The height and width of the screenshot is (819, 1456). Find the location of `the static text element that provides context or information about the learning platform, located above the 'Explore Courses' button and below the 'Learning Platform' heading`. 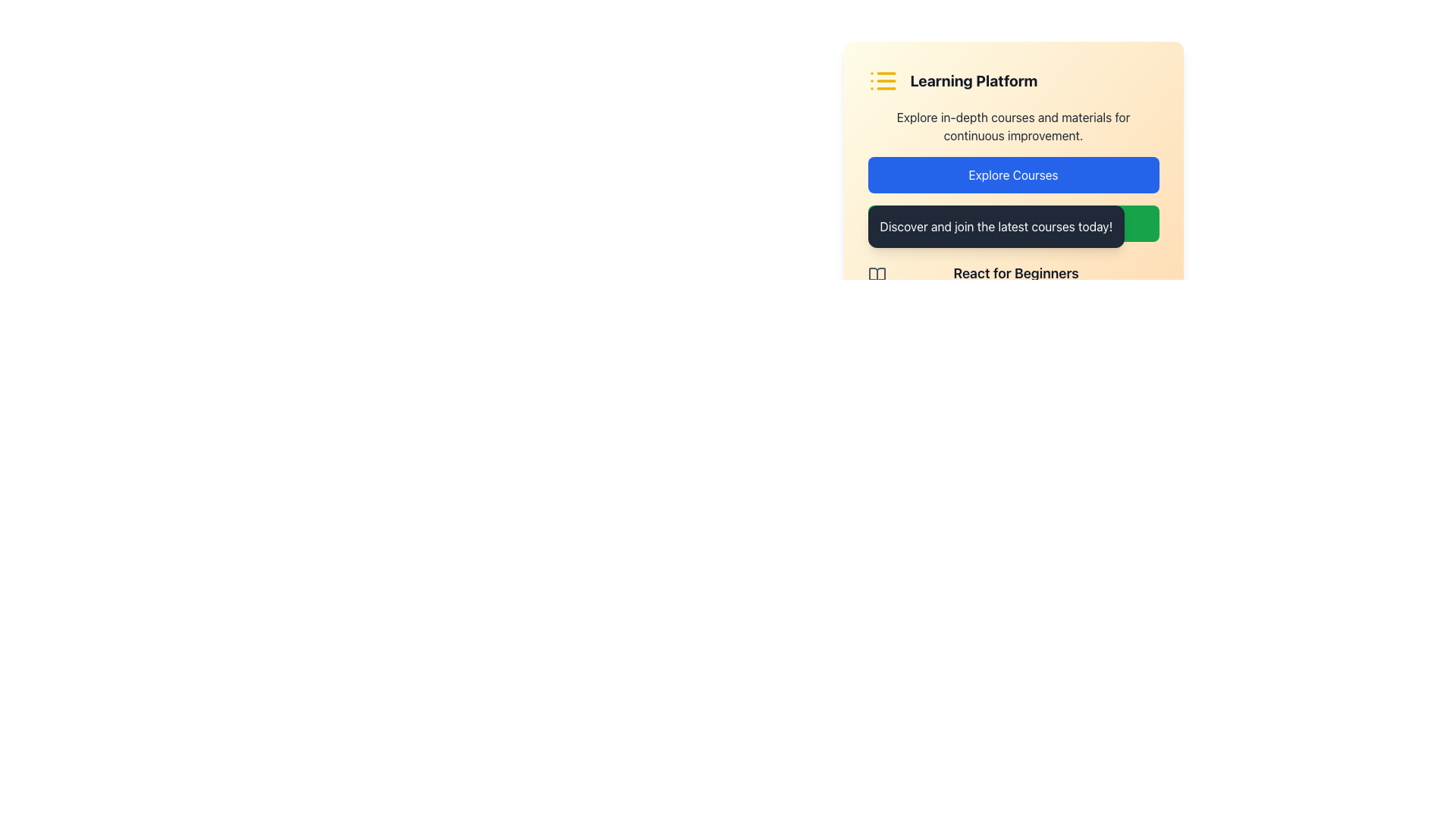

the static text element that provides context or information about the learning platform, located above the 'Explore Courses' button and below the 'Learning Platform' heading is located at coordinates (1013, 125).